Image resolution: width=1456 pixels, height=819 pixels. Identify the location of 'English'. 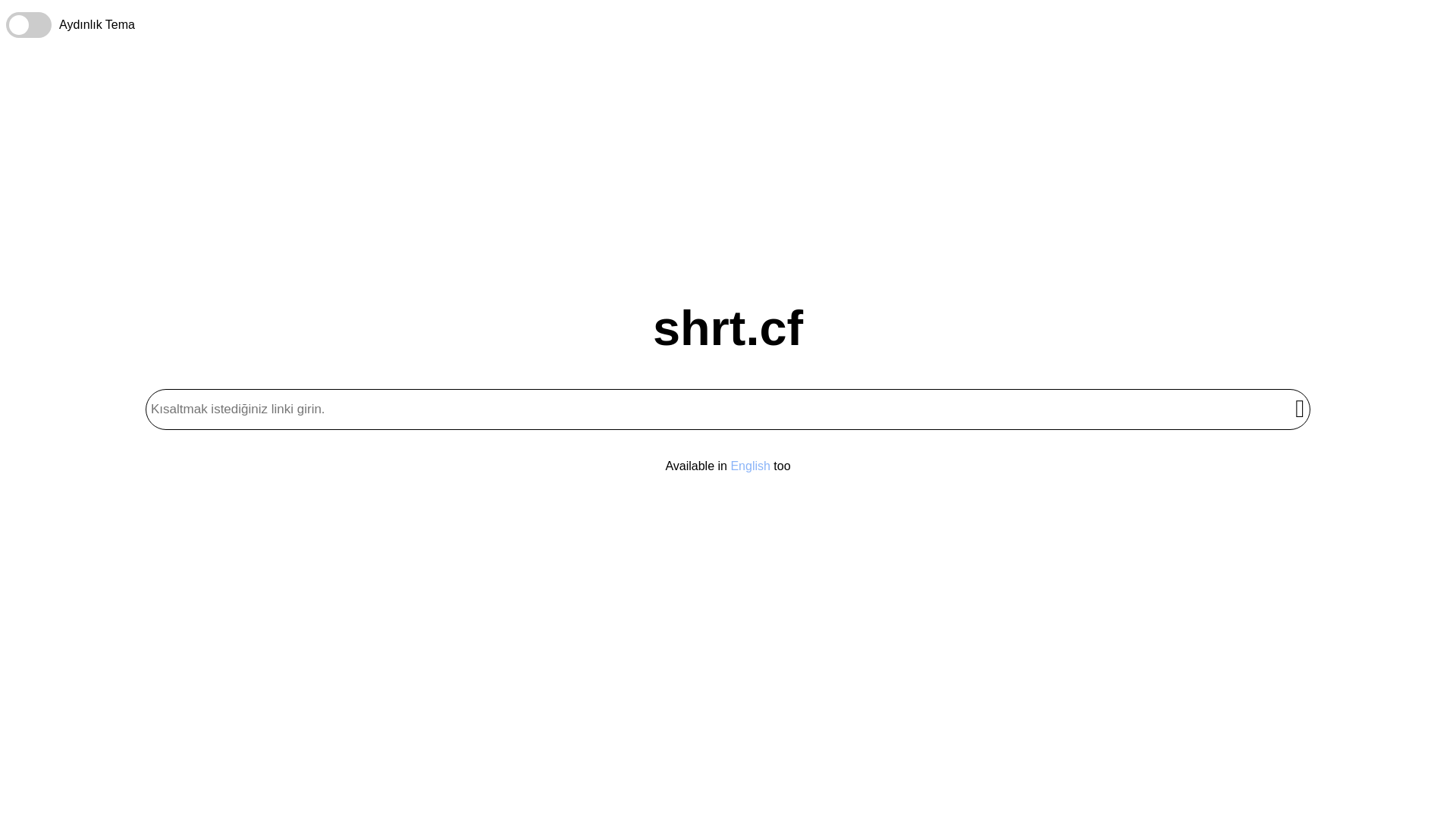
(749, 465).